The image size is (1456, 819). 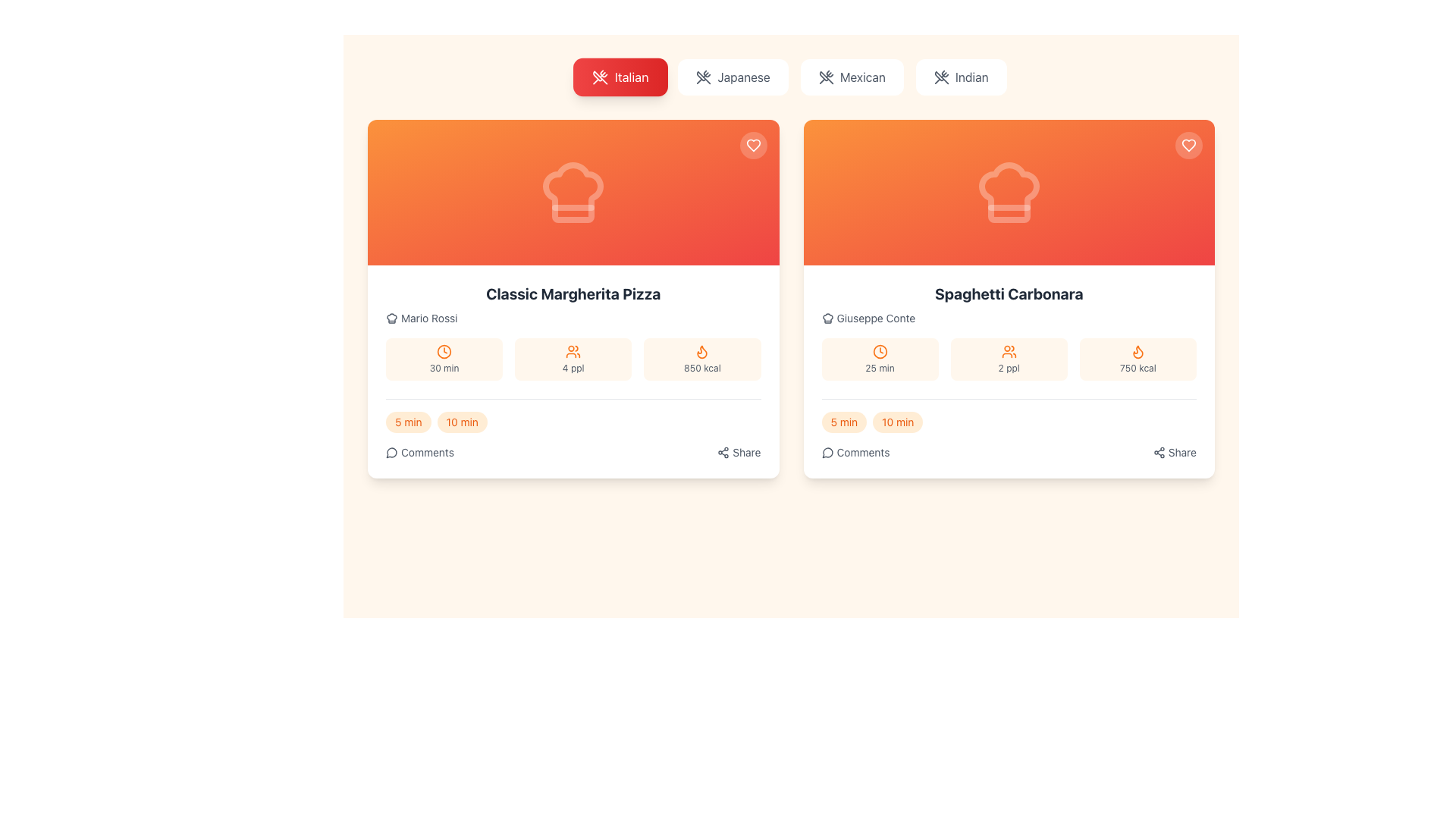 I want to click on the '10 min' button in the horizontally-aligned group of pill-shaped buttons with an orange background, located beneath the Classic Margherita Pizza card, so click(x=573, y=422).